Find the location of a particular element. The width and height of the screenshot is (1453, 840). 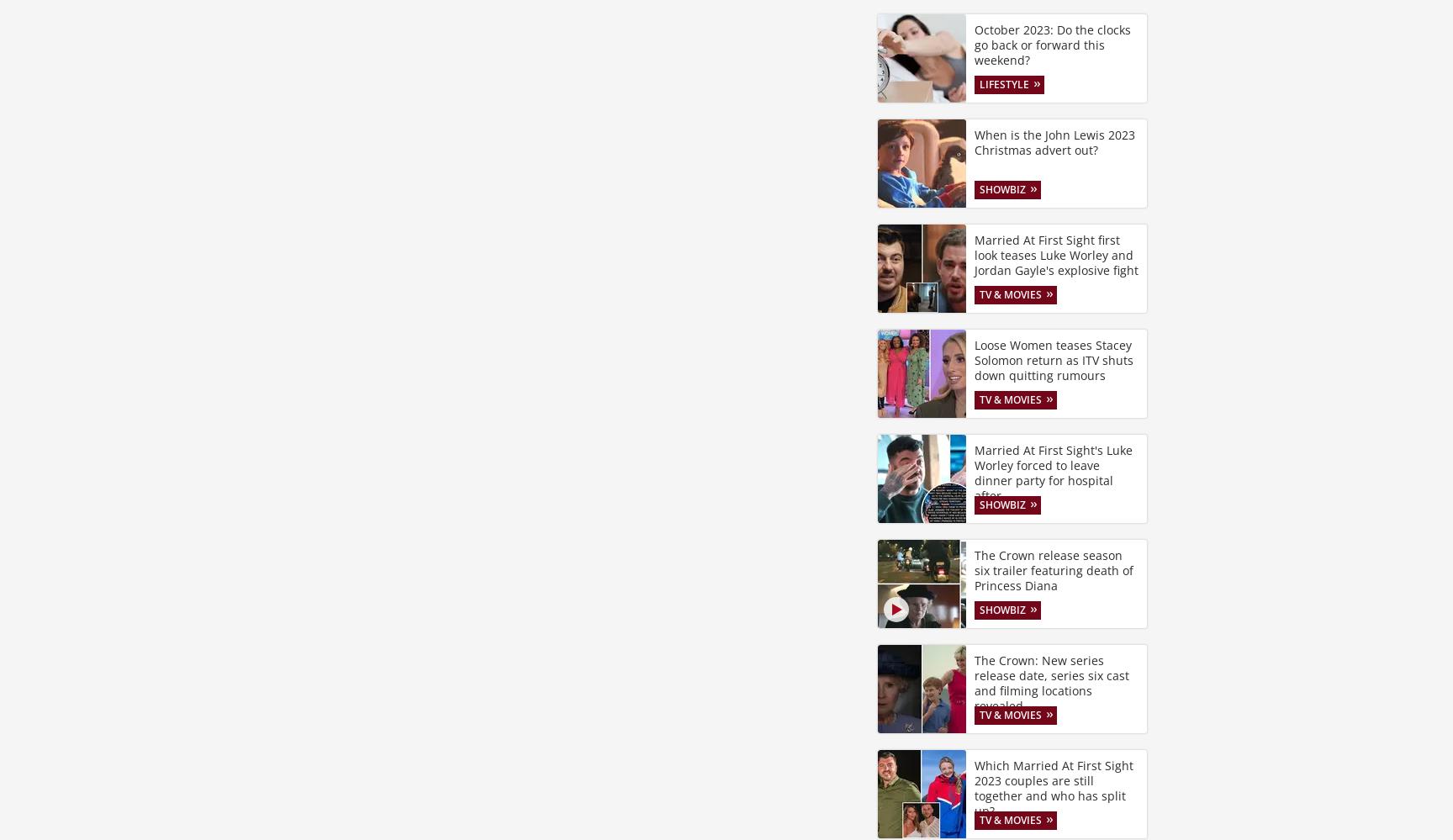

'Married At First Sight's Luke Worley forced to leave dinner party for hospital after' is located at coordinates (1052, 472).